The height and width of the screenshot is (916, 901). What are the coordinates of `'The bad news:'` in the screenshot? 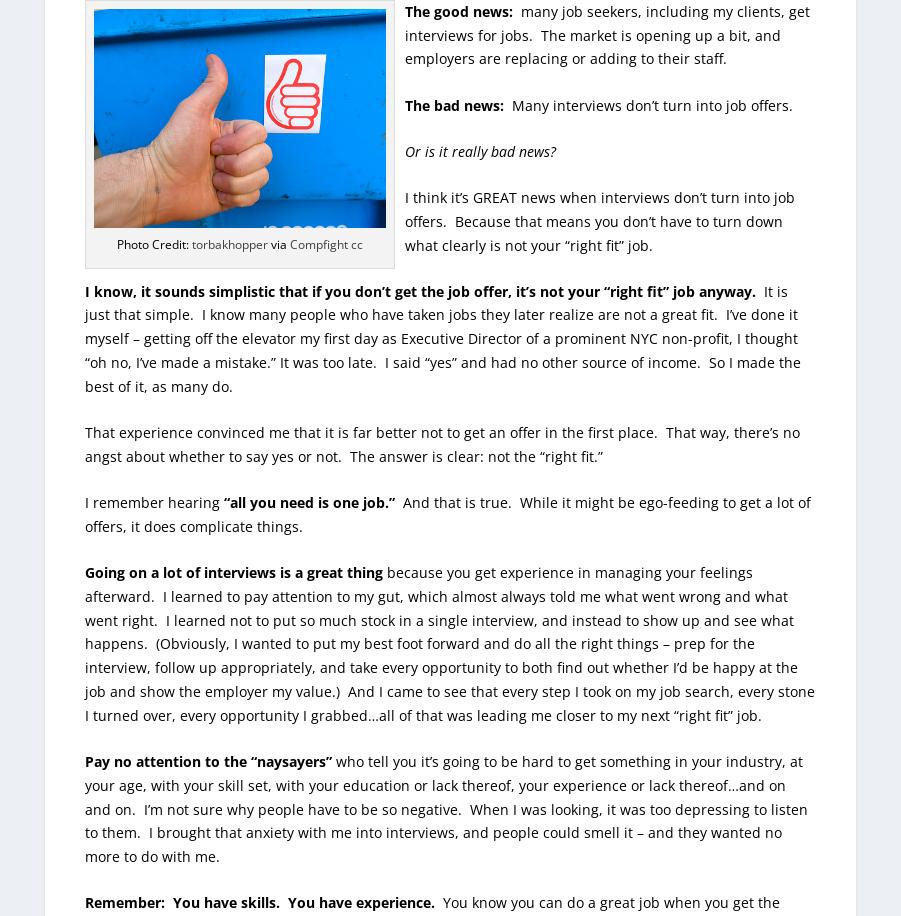 It's located at (454, 103).